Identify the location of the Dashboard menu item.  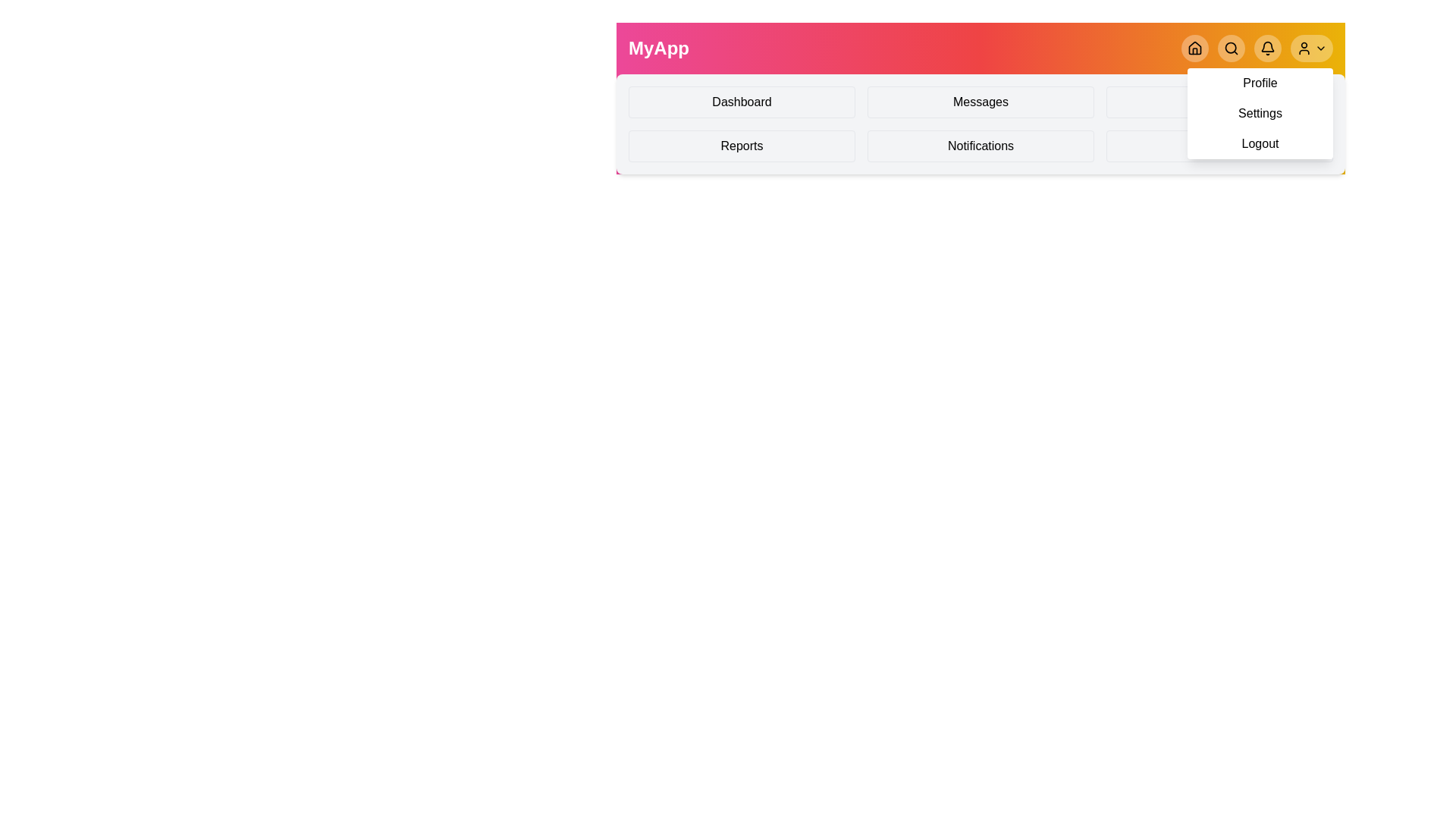
(742, 102).